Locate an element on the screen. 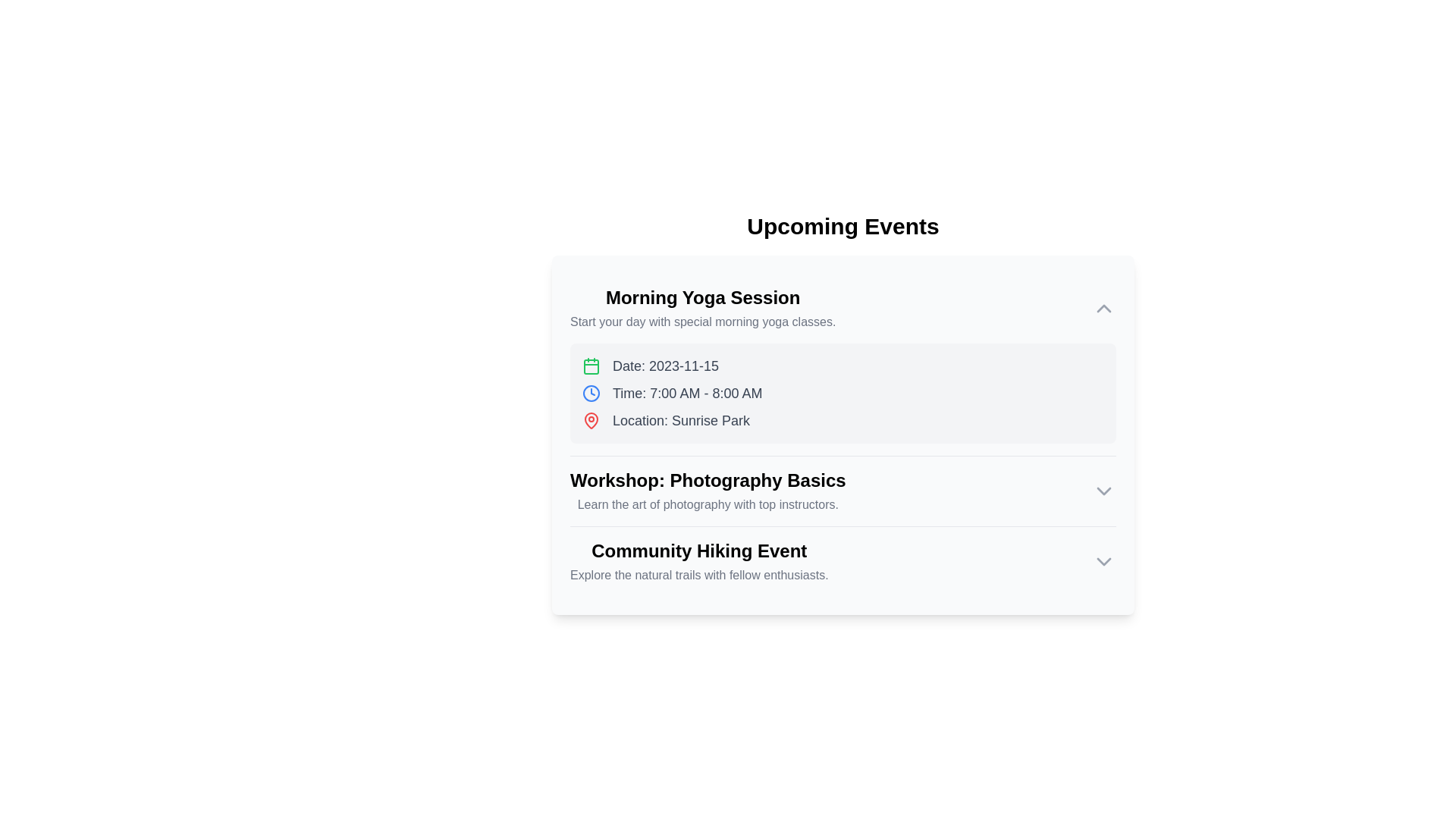  the main rectangular segment of the calendar icon located in the top-left segment of the 'Morning Yoga Session' section, which represents the date field under the 'Date: 2023-11-15' label is located at coordinates (590, 366).